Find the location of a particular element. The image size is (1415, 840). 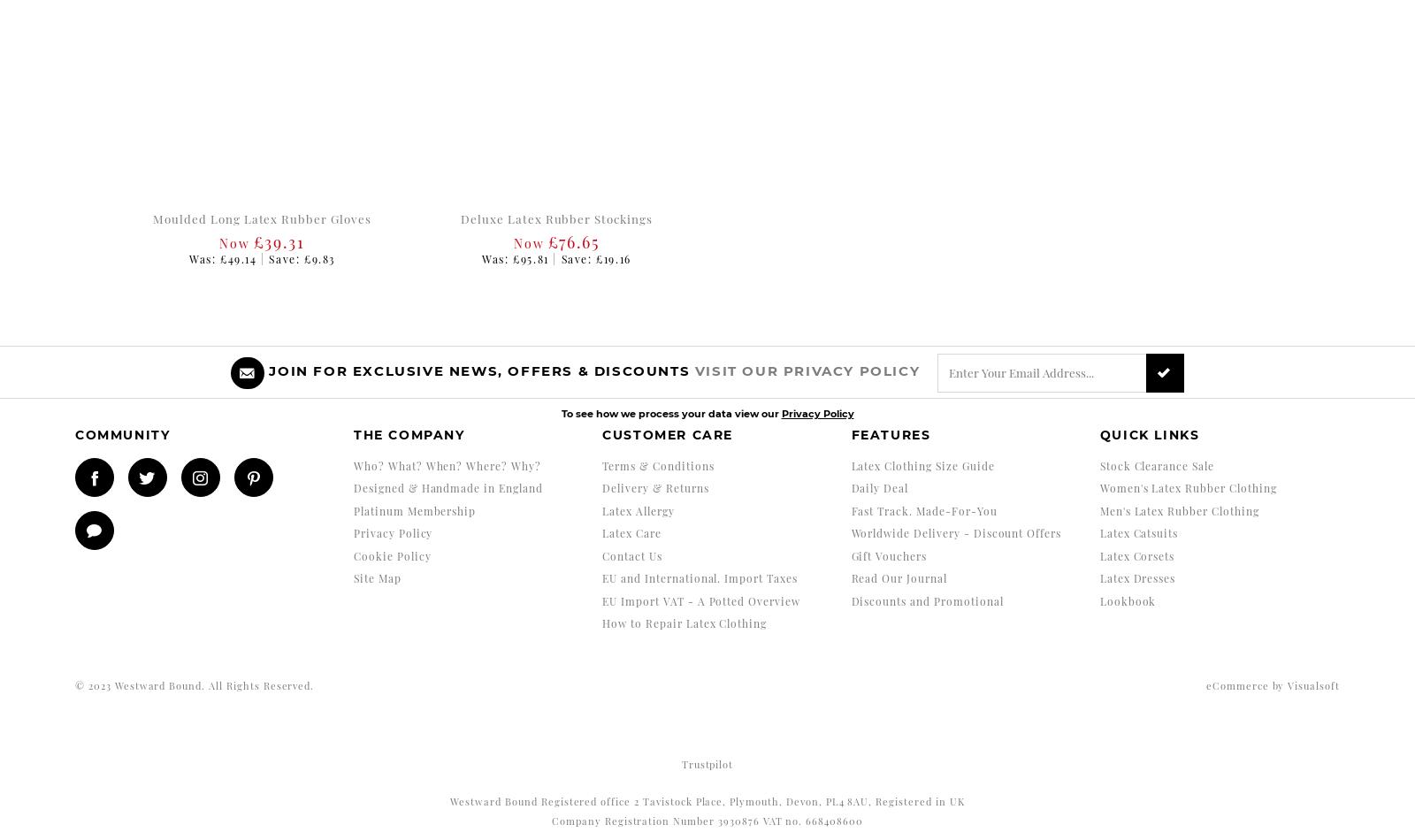

'EU and International. Import Taxes' is located at coordinates (700, 577).